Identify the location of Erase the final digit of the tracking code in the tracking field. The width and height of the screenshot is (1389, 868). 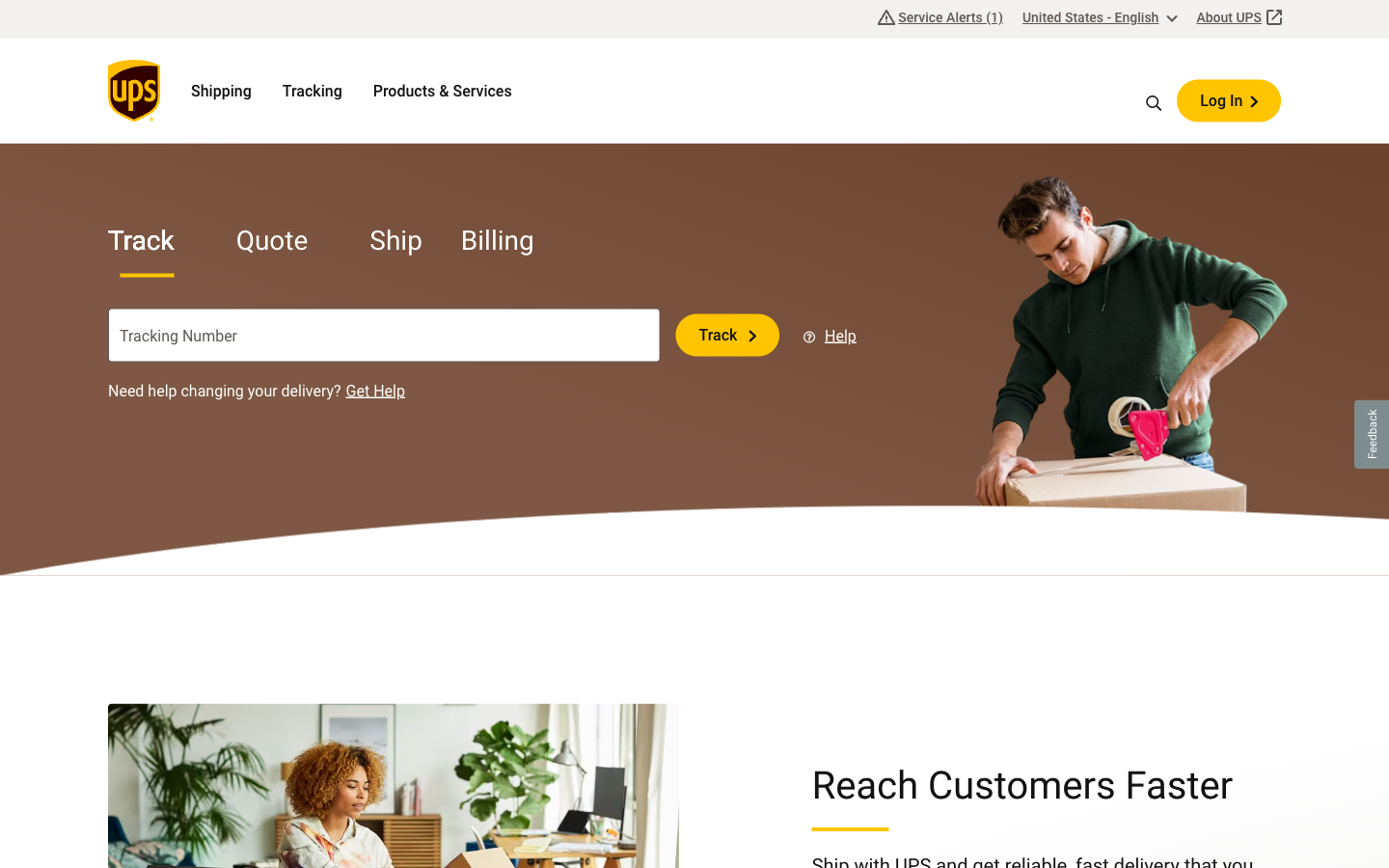
(568, 335).